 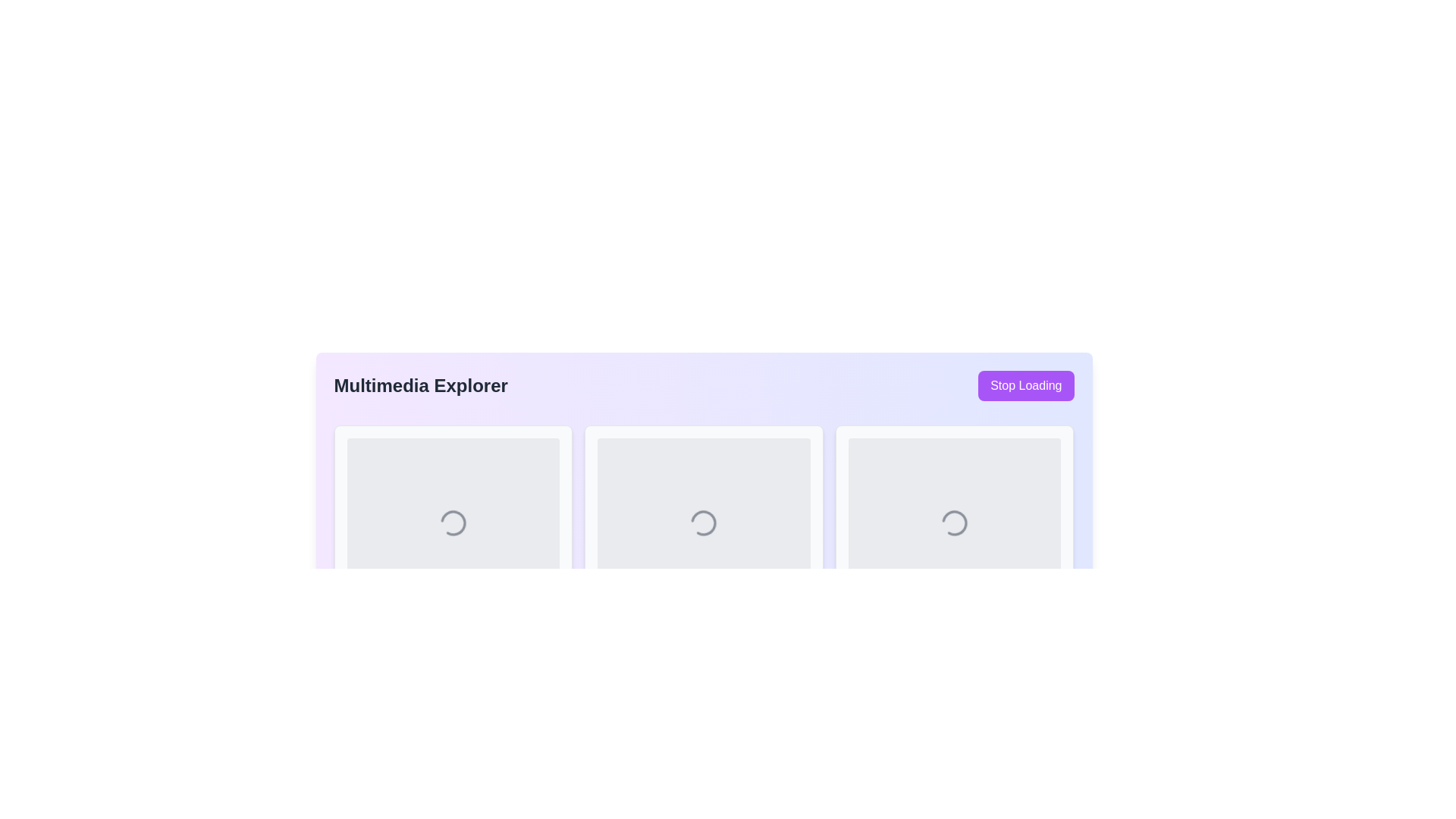 What do you see at coordinates (954, 522) in the screenshot?
I see `the Loader icon, which visually indicates that a process is ongoing and is centrally located in the rightmost rectangular frame of the interface` at bounding box center [954, 522].